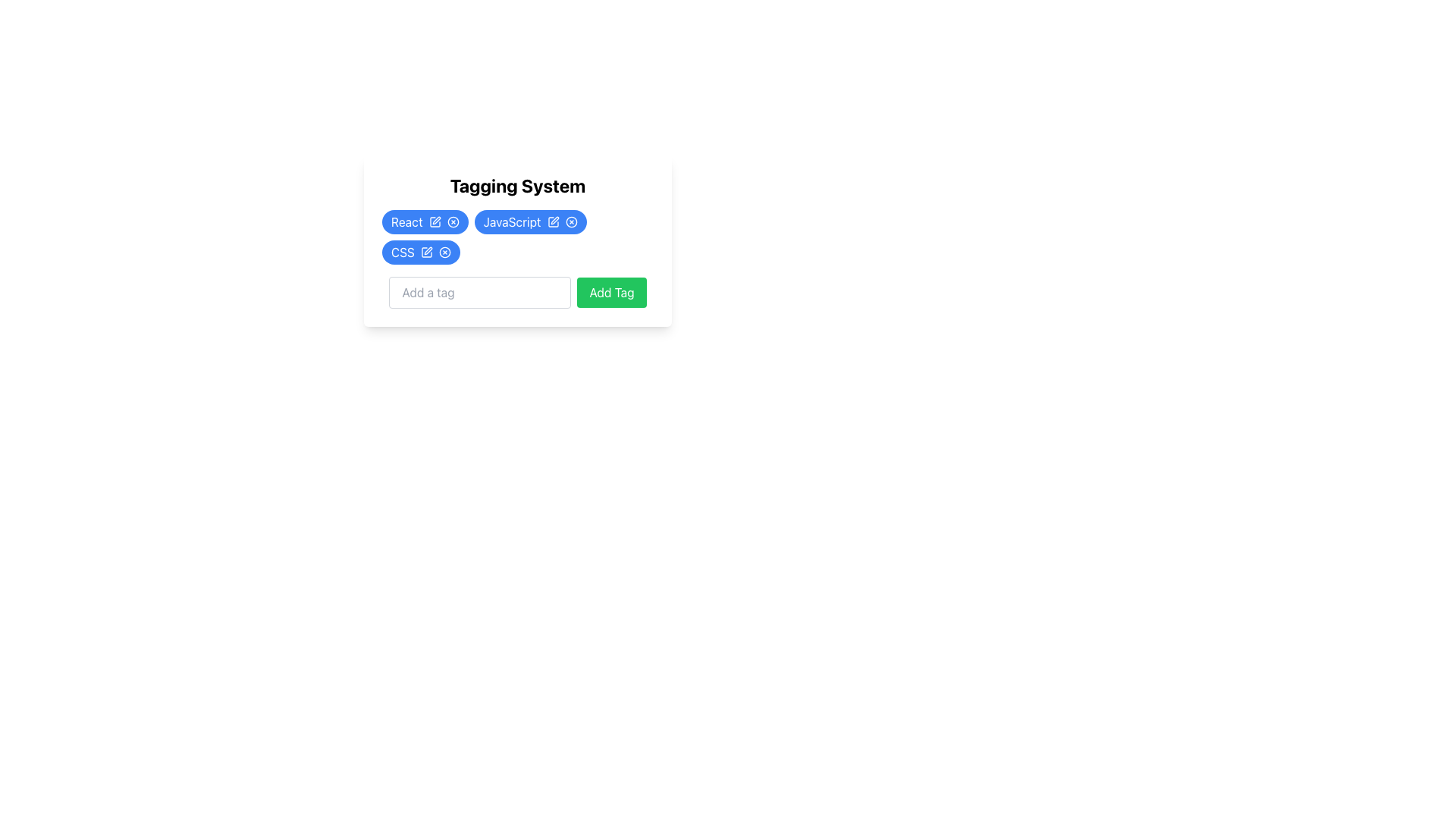 The image size is (1456, 819). Describe the element at coordinates (611, 292) in the screenshot. I see `the 'Add Tag' button located to the right of the input field in the 'Tagging System' card` at that location.